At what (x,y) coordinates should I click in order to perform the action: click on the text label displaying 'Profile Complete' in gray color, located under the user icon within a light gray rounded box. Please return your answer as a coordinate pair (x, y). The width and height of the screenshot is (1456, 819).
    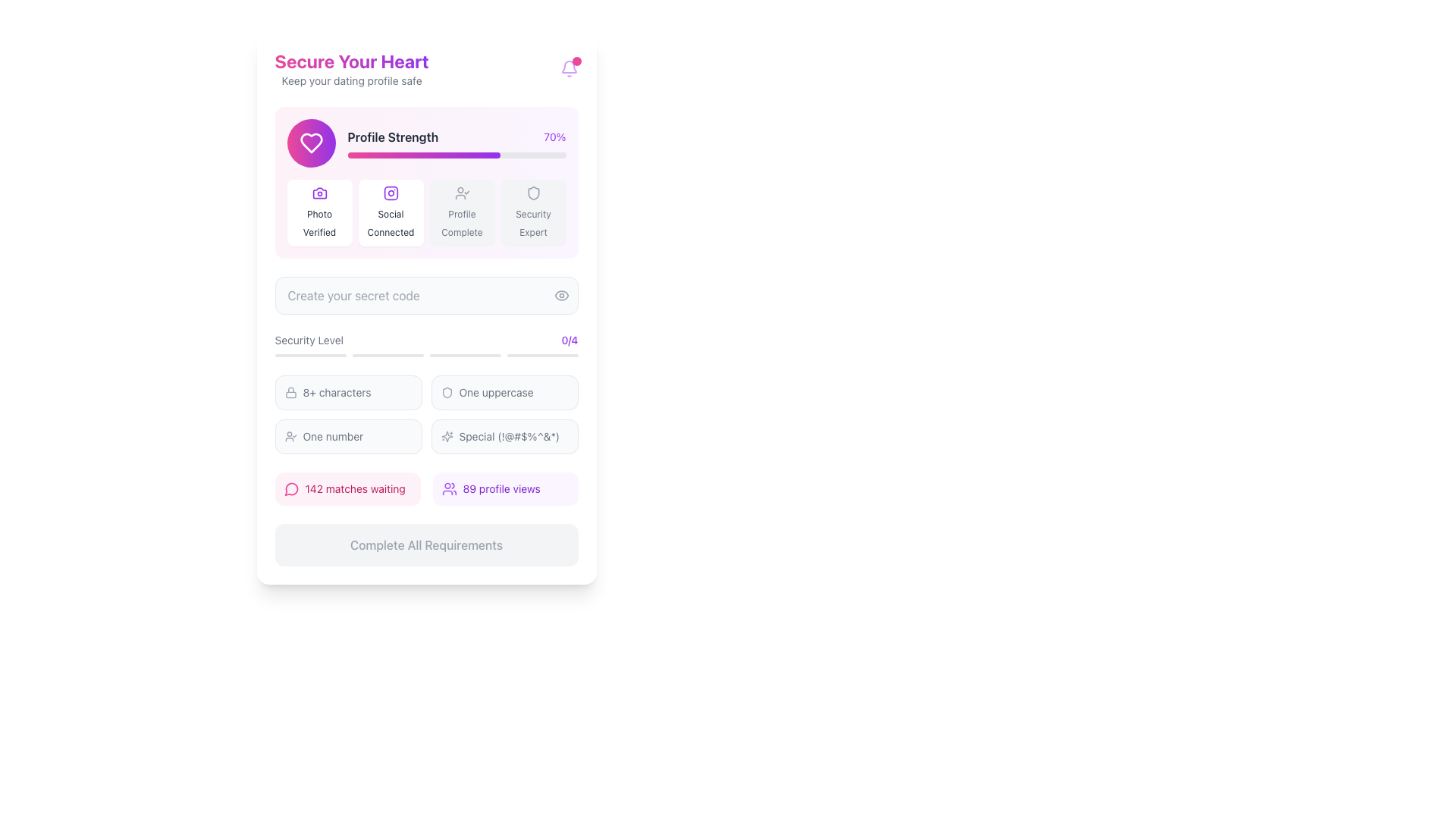
    Looking at the image, I should click on (461, 223).